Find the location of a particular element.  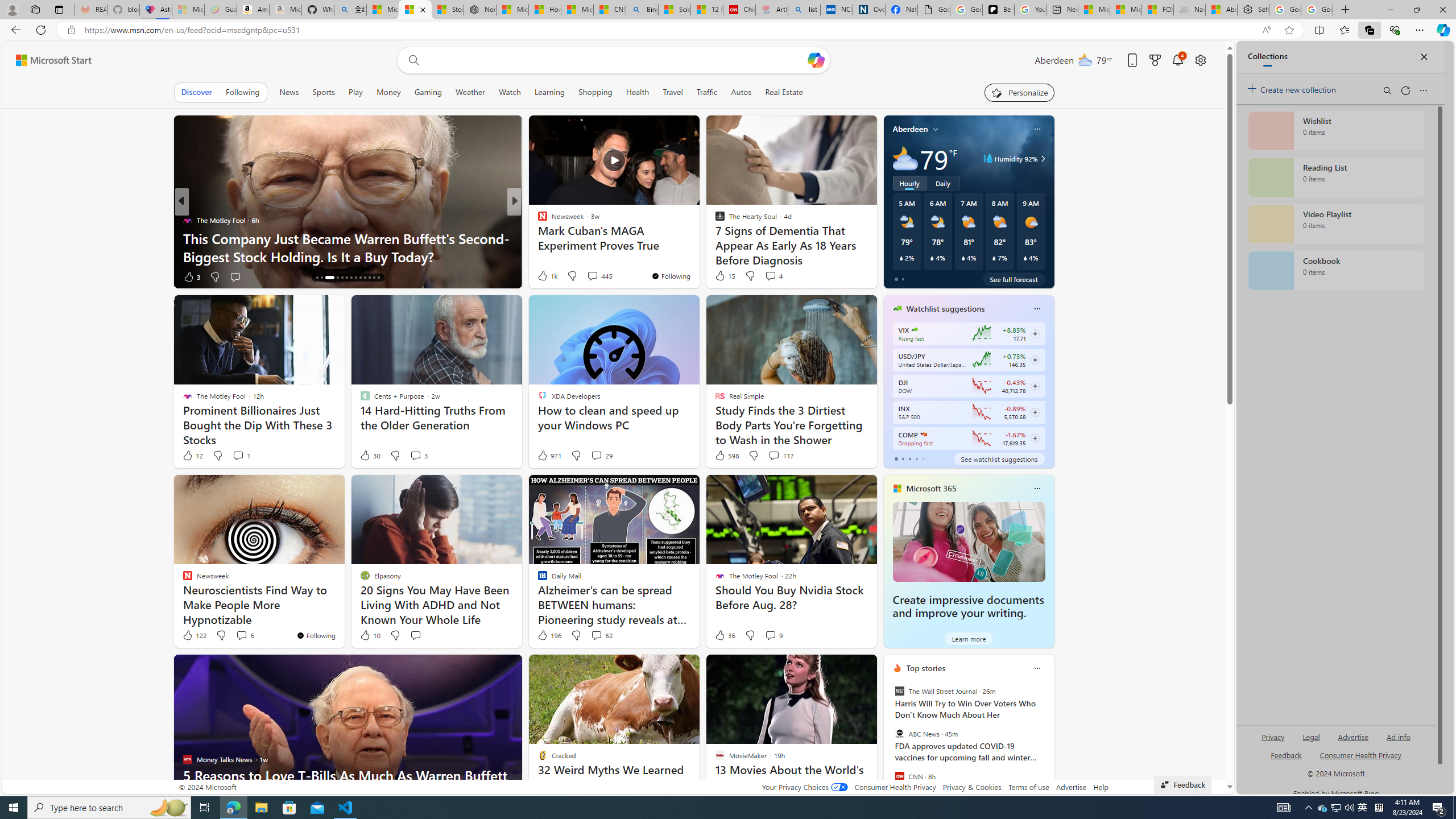

'Arthritis: Ask Health Professionals - Sleeping' is located at coordinates (772, 9).